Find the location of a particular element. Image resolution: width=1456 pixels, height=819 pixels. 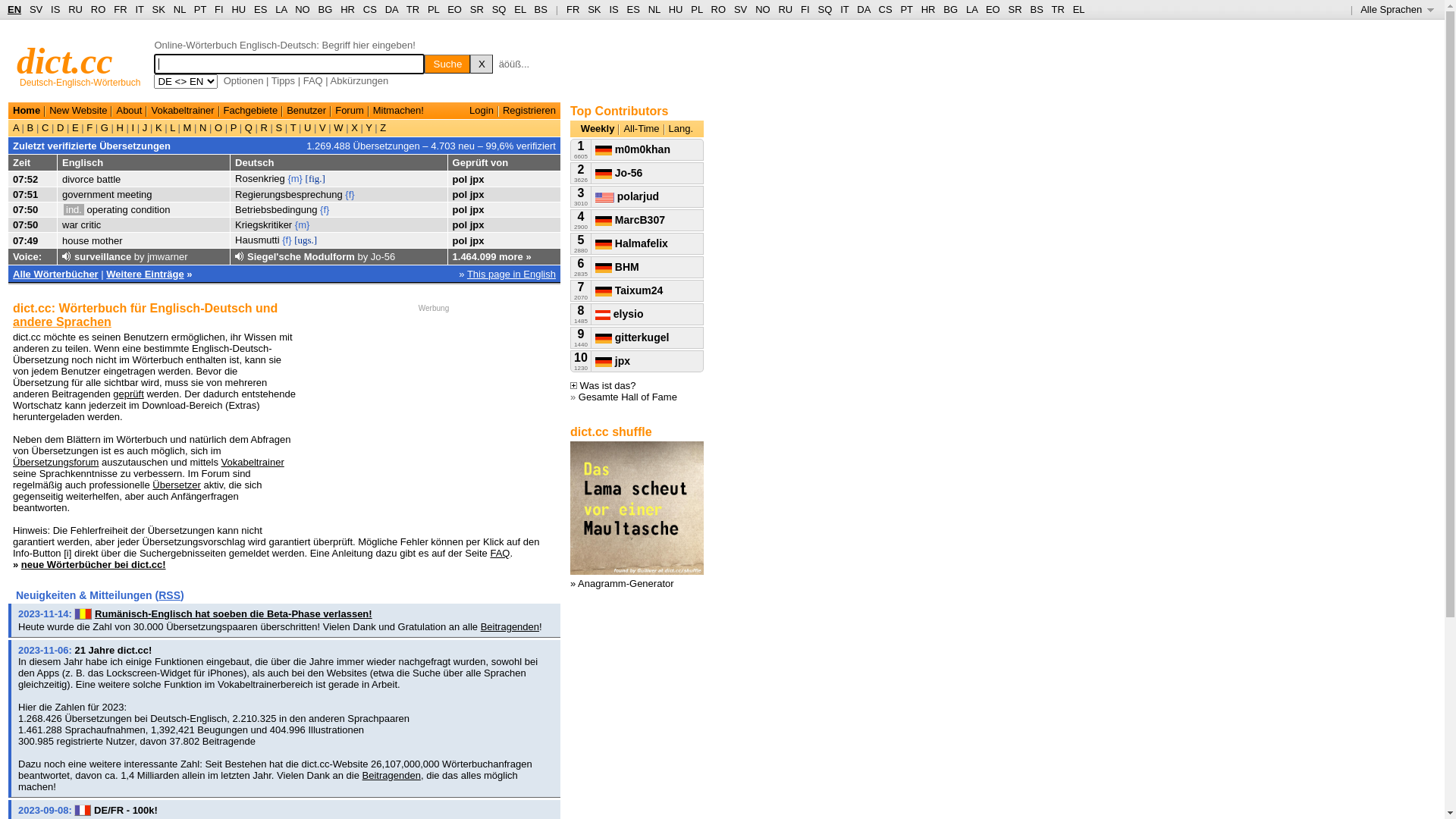

'RU' is located at coordinates (67, 9).